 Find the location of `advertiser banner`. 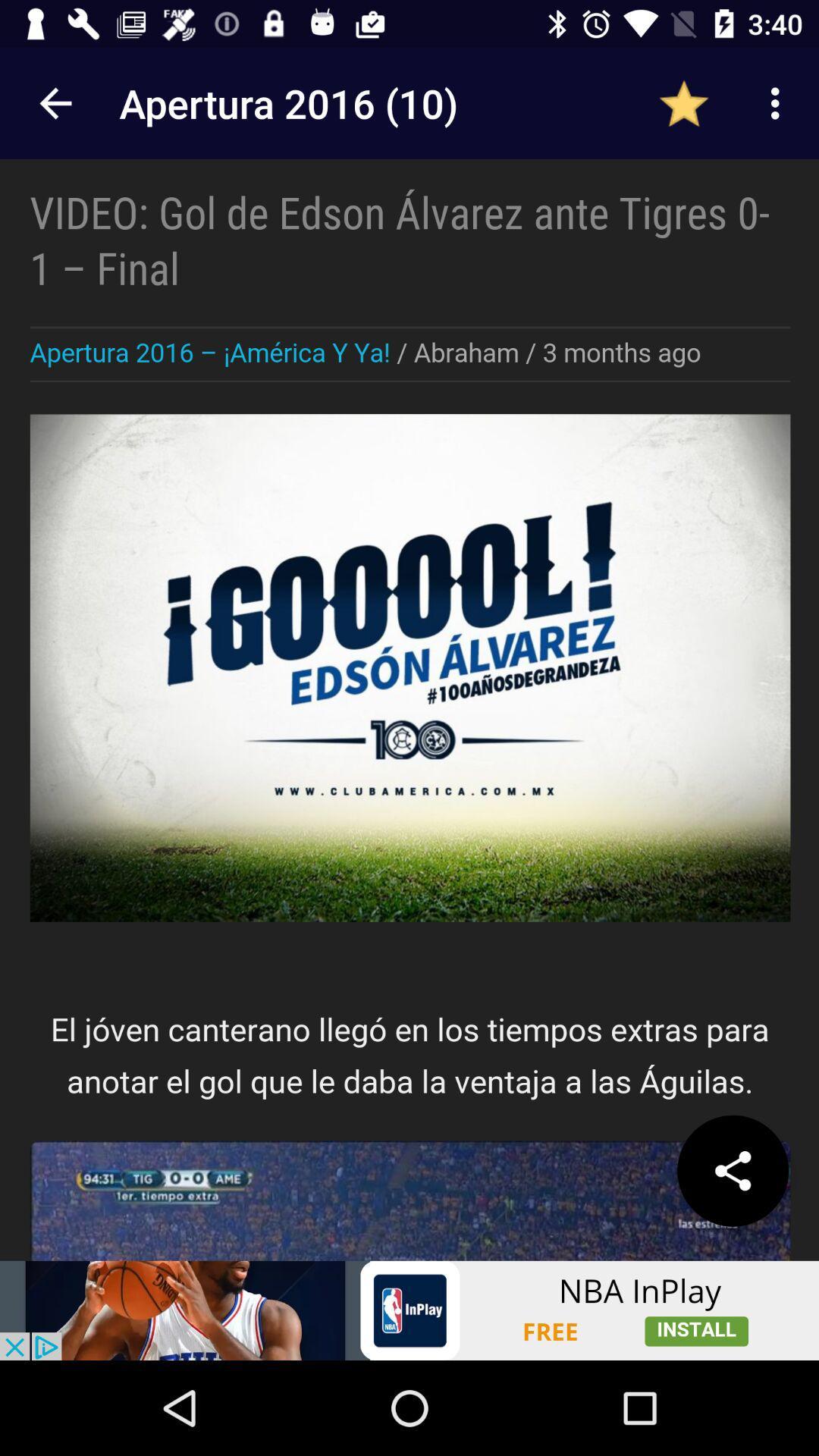

advertiser banner is located at coordinates (409, 1310).